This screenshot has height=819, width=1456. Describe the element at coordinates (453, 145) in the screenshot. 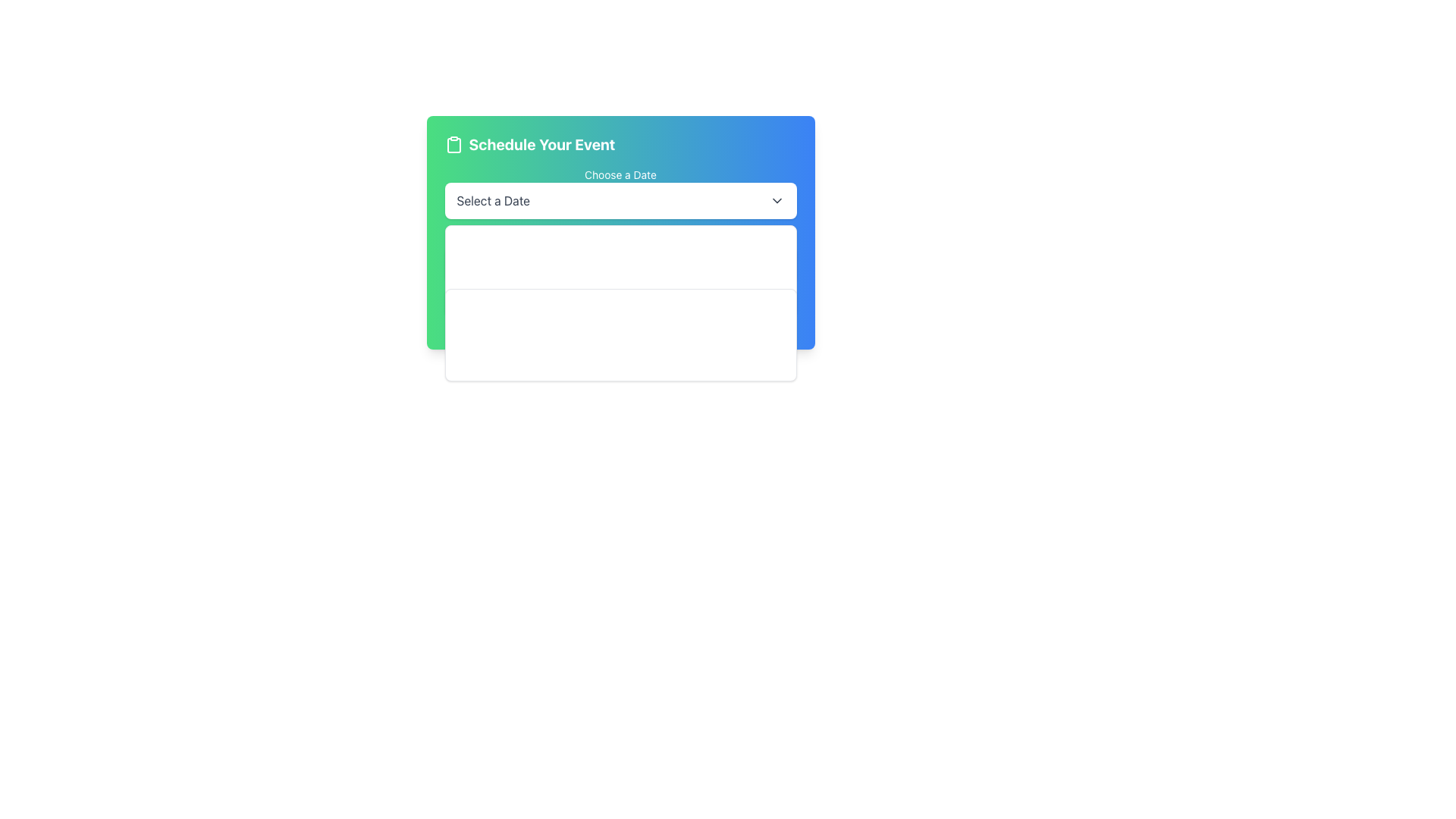

I see `the clipboard icon with a clean outline located in the header section, aligned left to the title text 'Schedule Your Event'` at that location.